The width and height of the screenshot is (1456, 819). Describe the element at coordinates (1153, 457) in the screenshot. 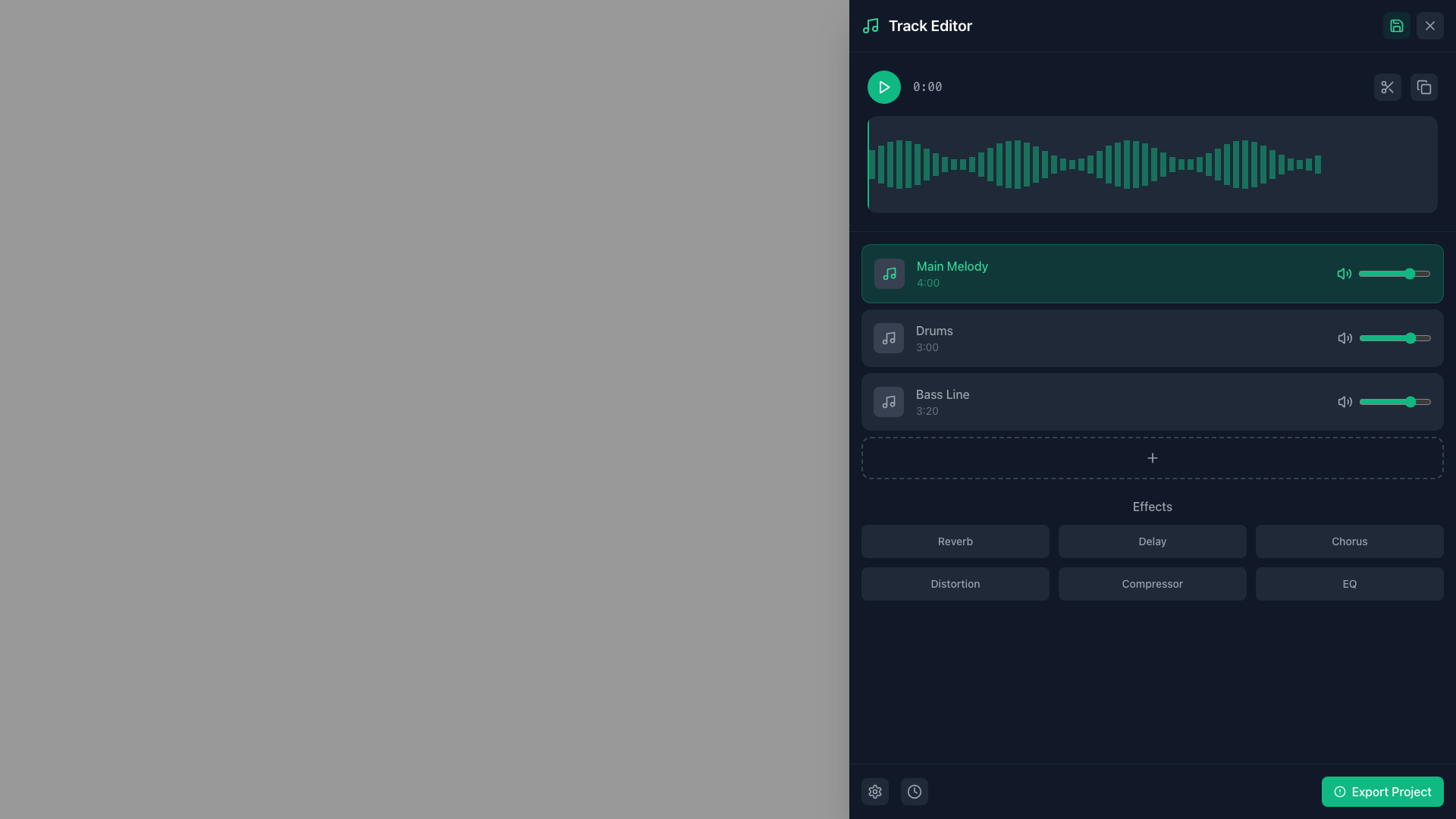

I see `the rectangular button with dashed borders and rounded corners styled in a dark theme, located at the bottom of a music track list` at that location.